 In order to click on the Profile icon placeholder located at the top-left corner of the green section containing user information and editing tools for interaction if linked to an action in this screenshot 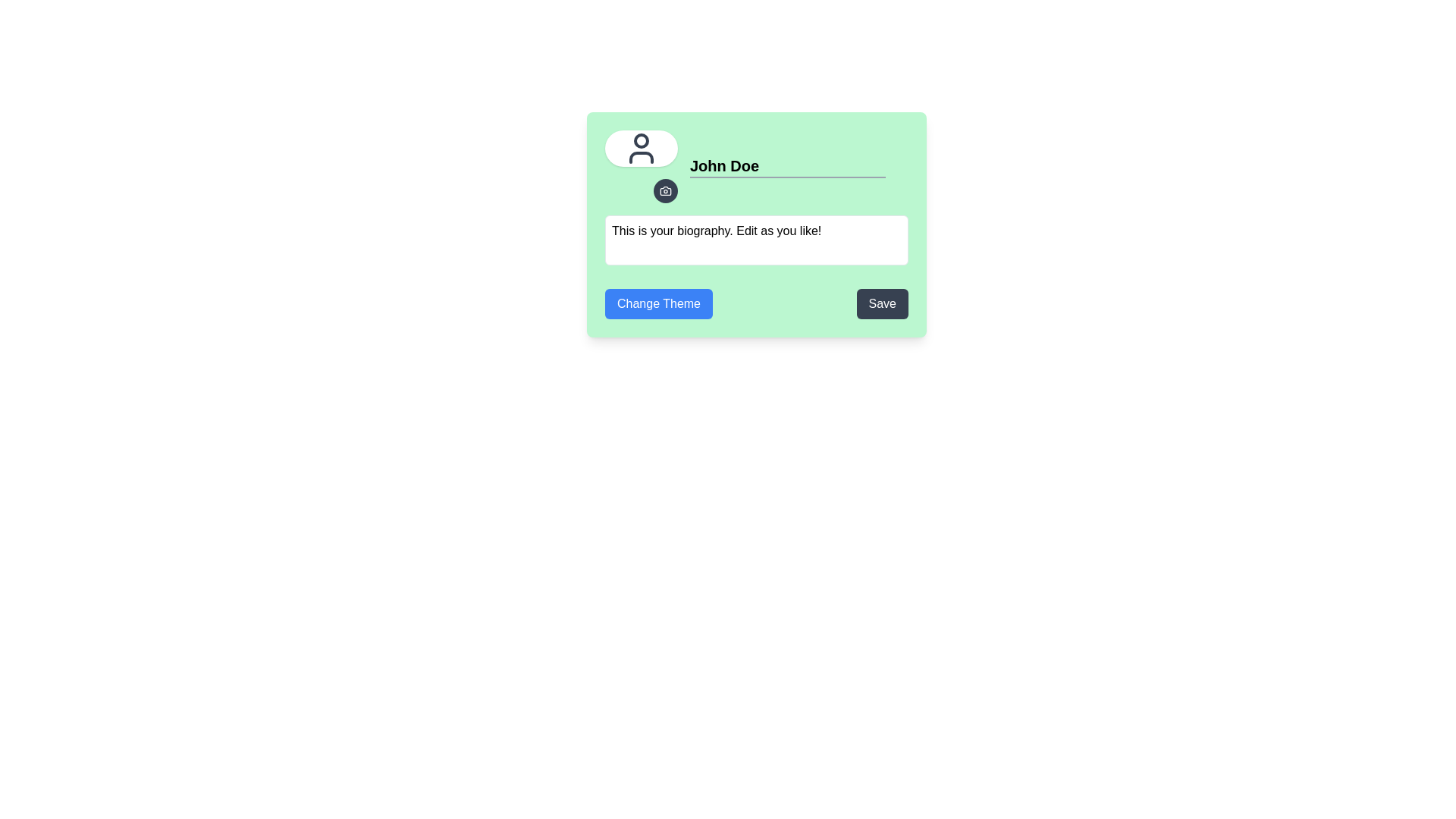, I will do `click(641, 149)`.